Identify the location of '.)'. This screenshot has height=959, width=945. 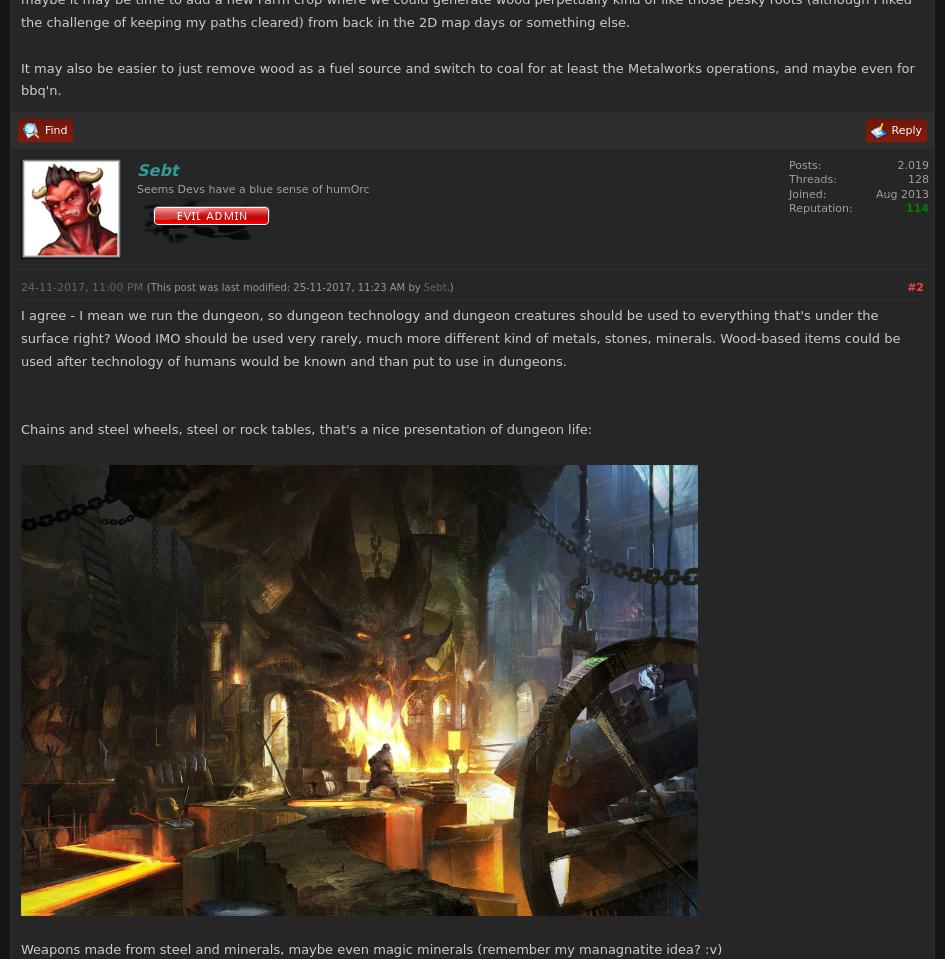
(446, 286).